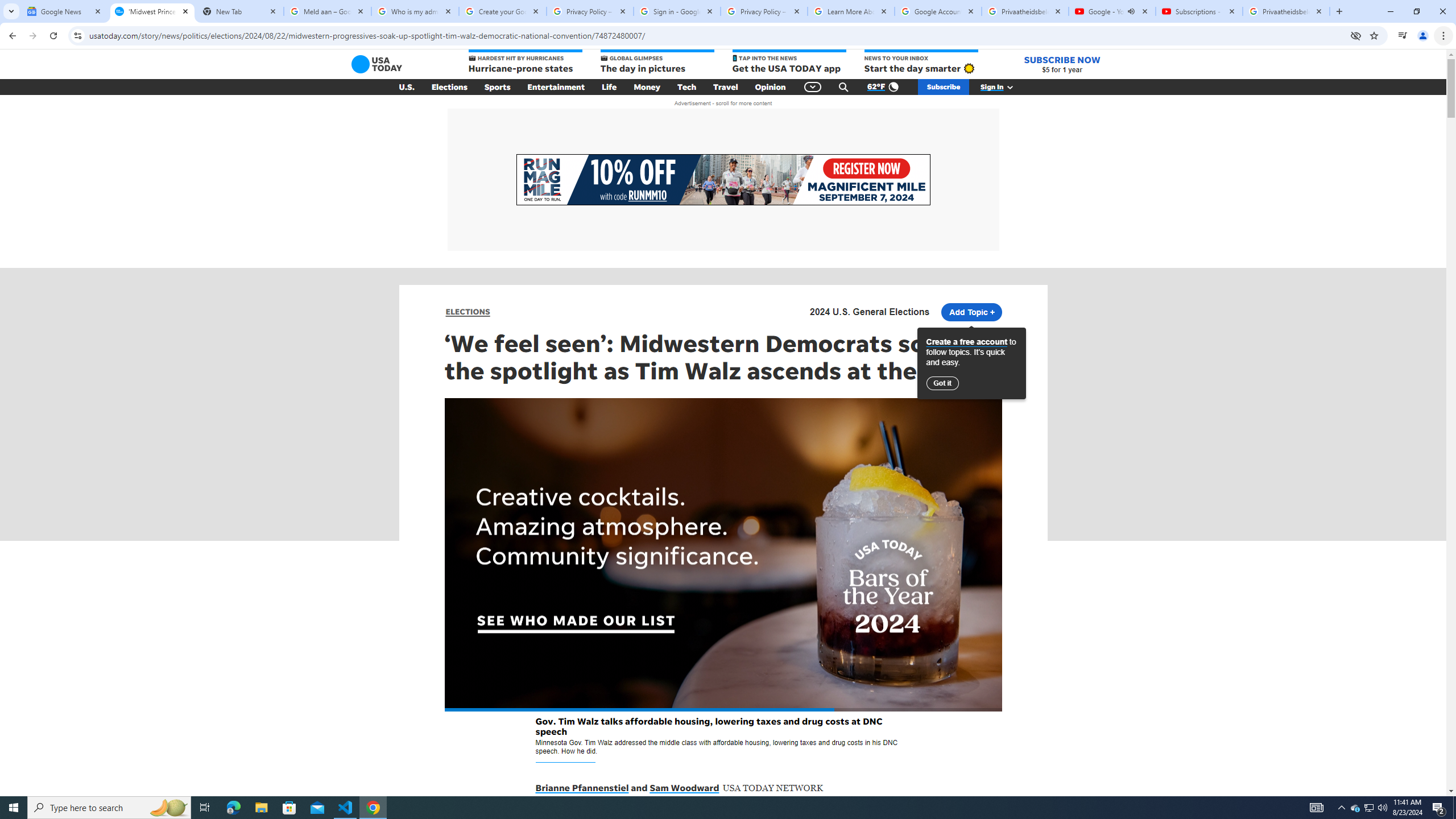  What do you see at coordinates (725, 87) in the screenshot?
I see `'Travel'` at bounding box center [725, 87].